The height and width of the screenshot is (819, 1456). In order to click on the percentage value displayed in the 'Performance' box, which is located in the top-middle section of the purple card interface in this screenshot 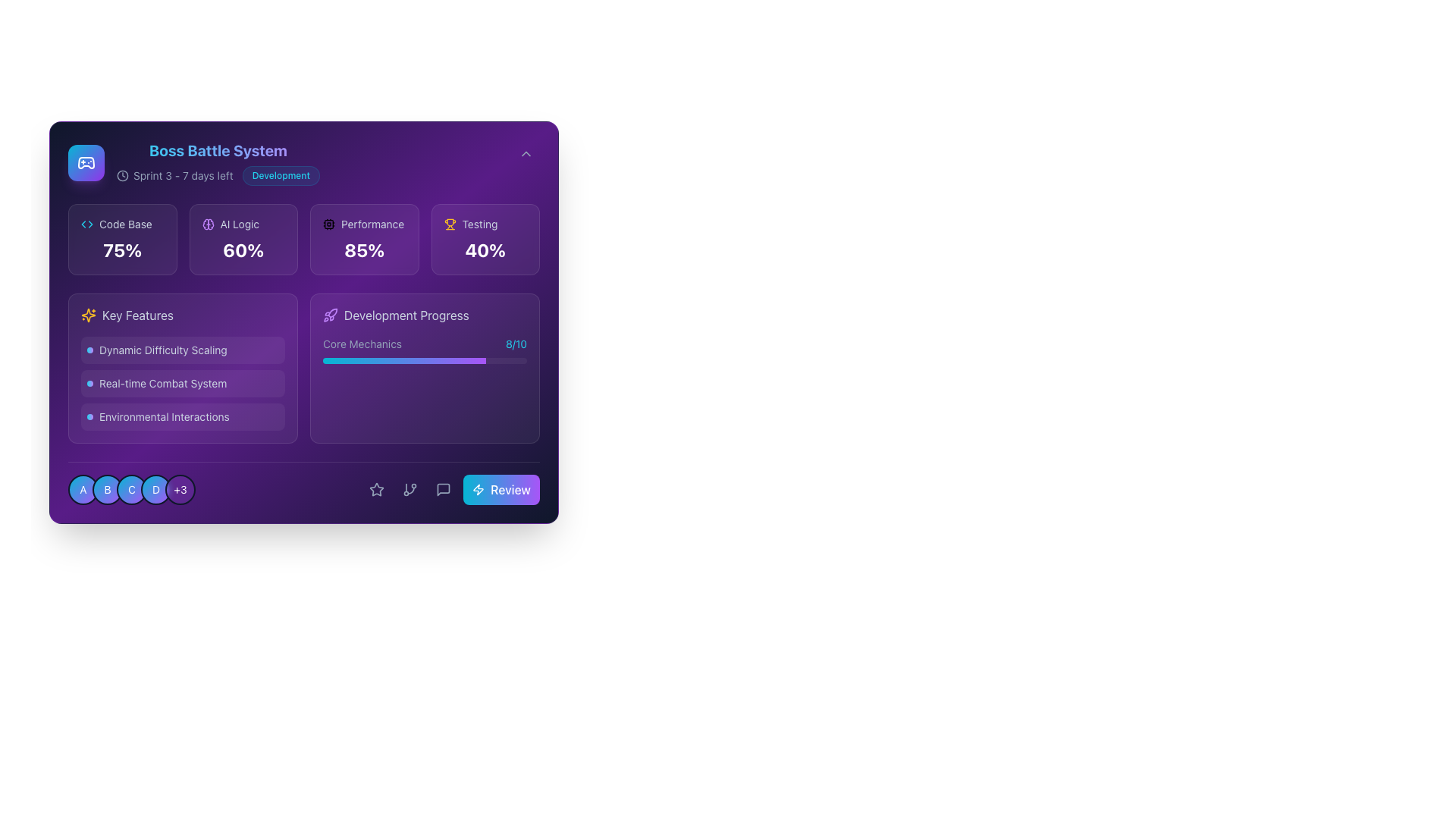, I will do `click(364, 249)`.